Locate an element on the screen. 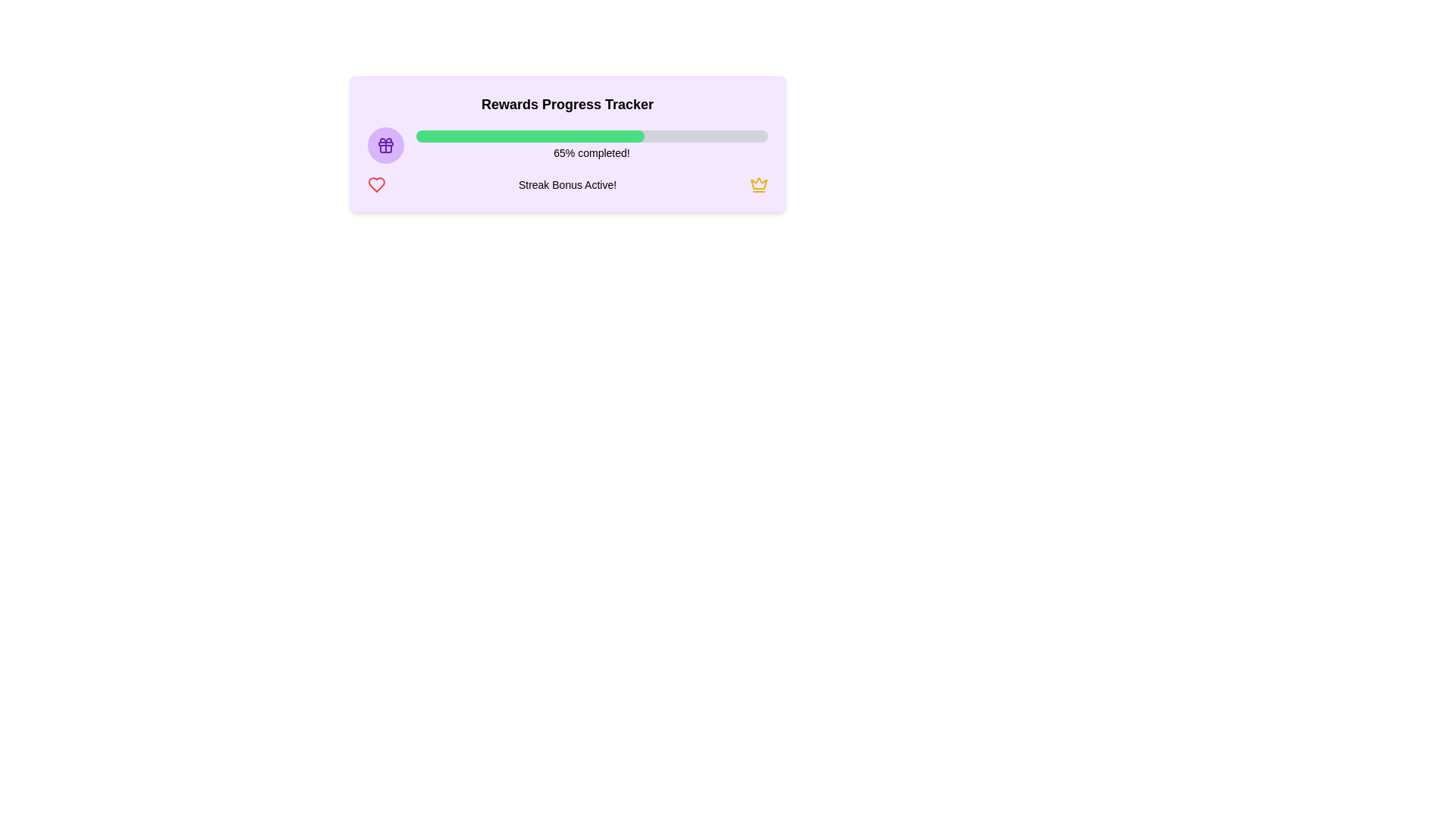 The image size is (1456, 819). the Informational Banner displaying 'Streak Bonus Active!' with red heart and yellow crown icons, located under the 'Rewards Progress Tracker' title is located at coordinates (566, 184).